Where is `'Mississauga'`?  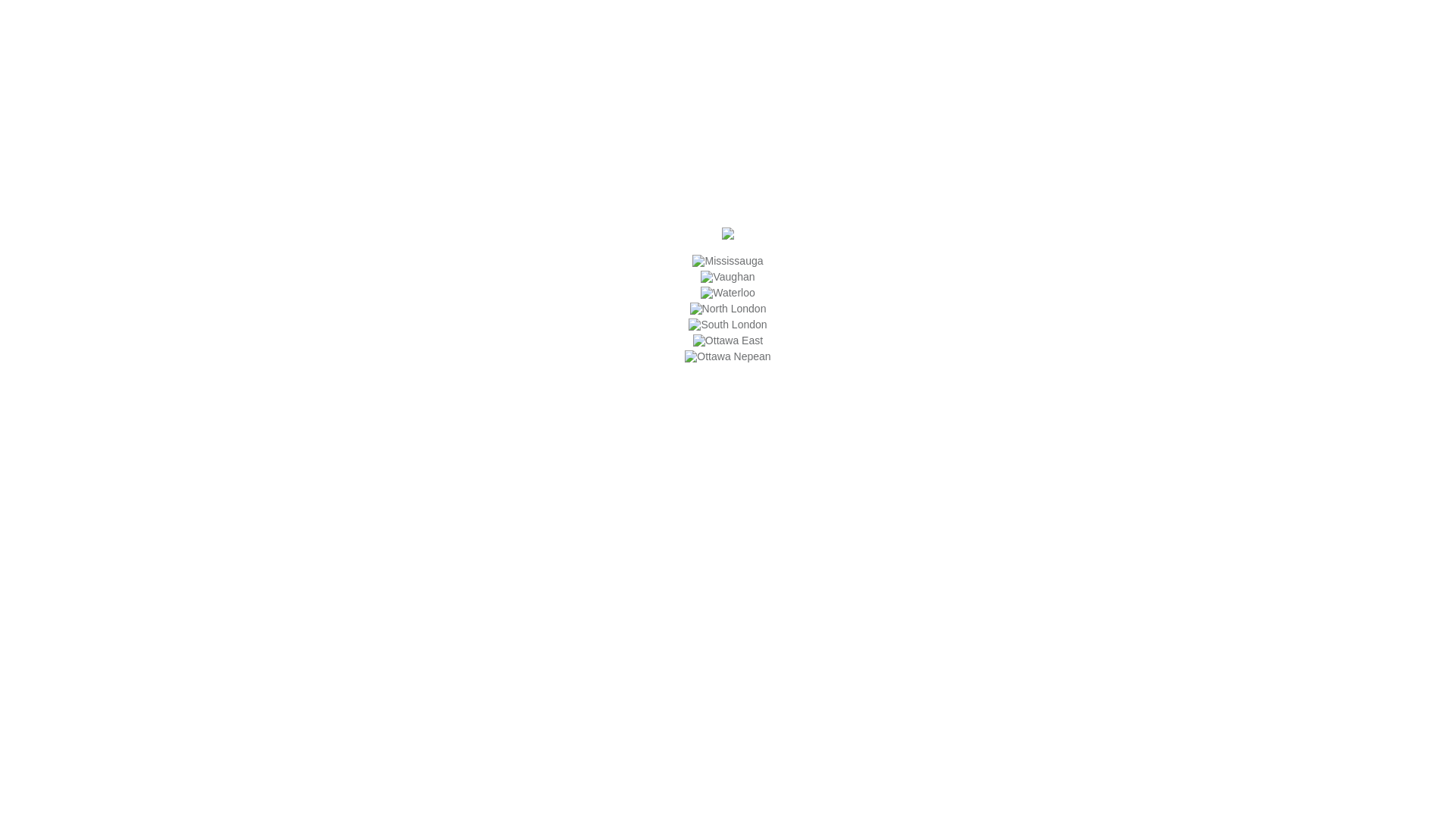 'Mississauga' is located at coordinates (726, 259).